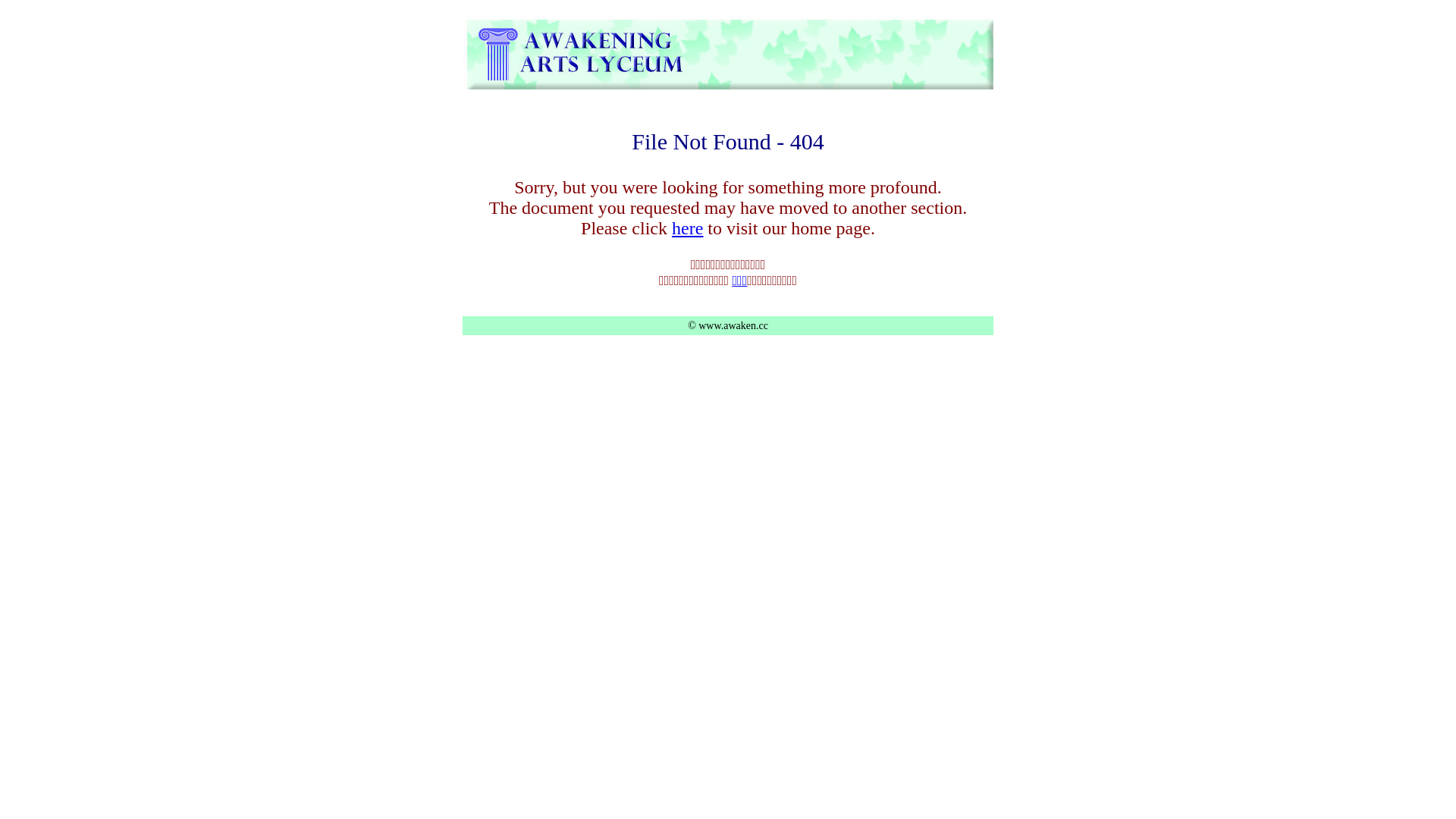  What do you see at coordinates (686, 227) in the screenshot?
I see `'here'` at bounding box center [686, 227].